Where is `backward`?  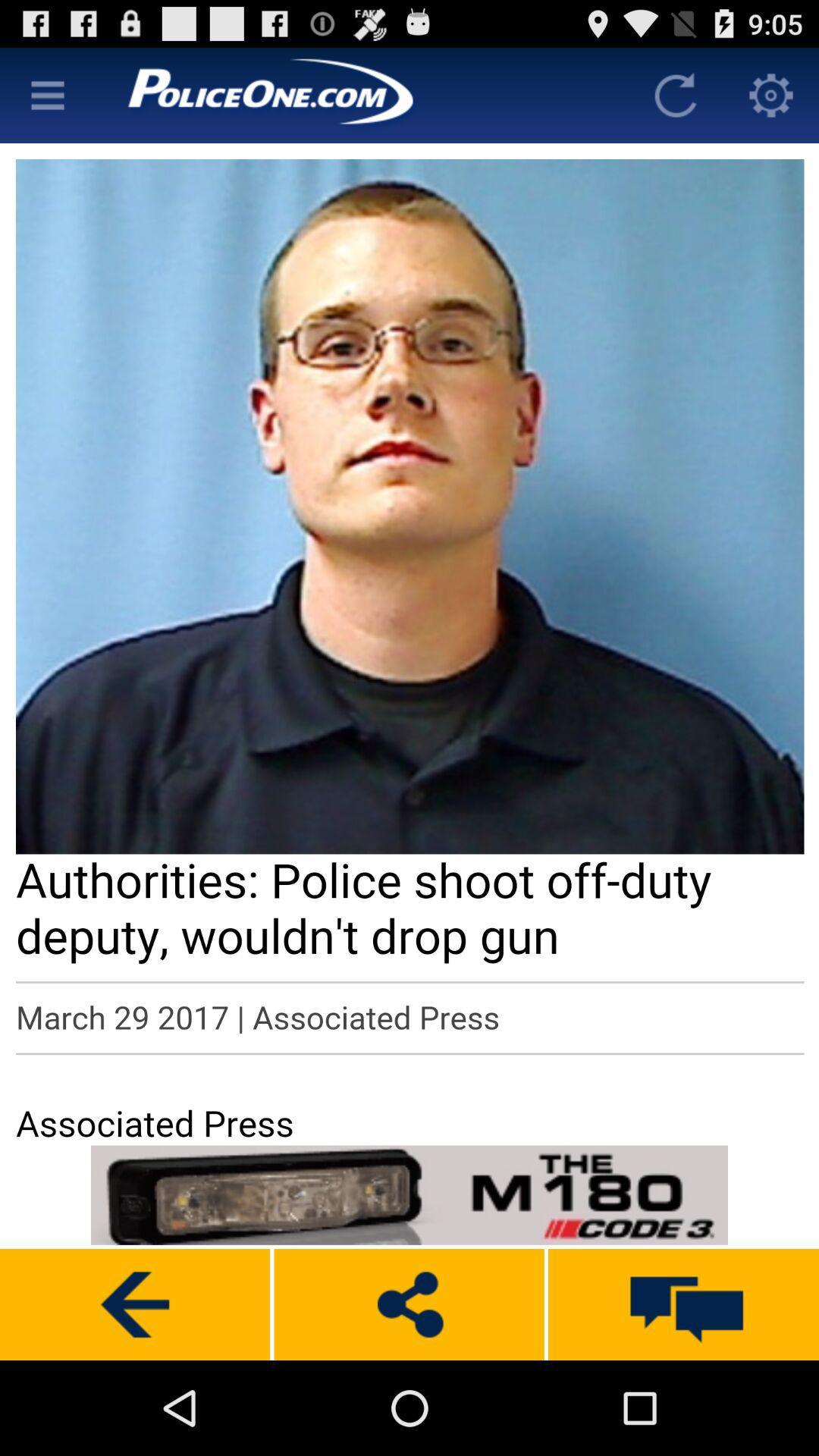
backward is located at coordinates (134, 1304).